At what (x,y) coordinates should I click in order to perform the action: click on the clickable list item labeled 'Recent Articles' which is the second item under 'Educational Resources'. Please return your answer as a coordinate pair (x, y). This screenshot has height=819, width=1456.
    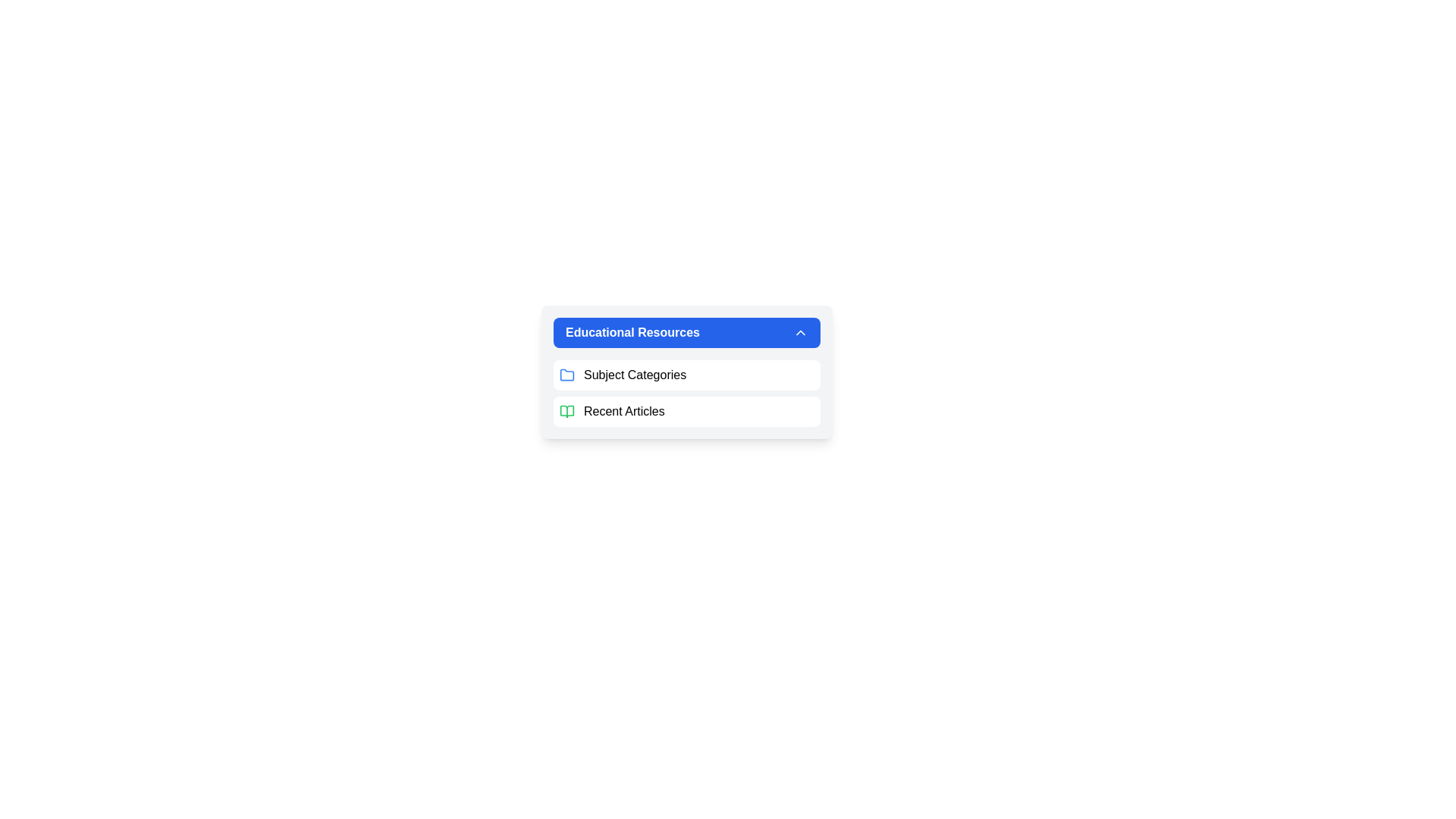
    Looking at the image, I should click on (686, 412).